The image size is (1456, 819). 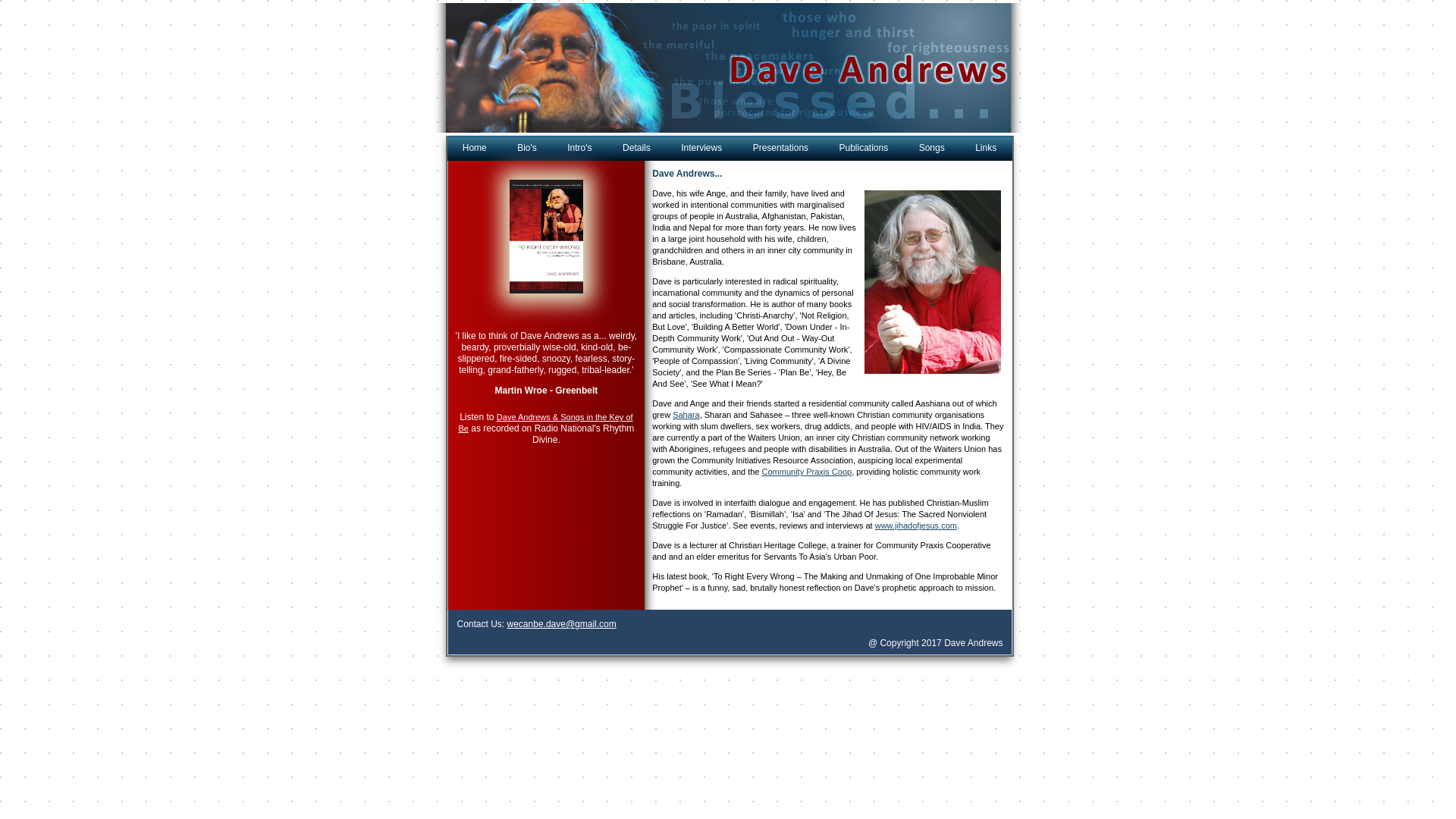 I want to click on 'Home', so click(x=461, y=148).